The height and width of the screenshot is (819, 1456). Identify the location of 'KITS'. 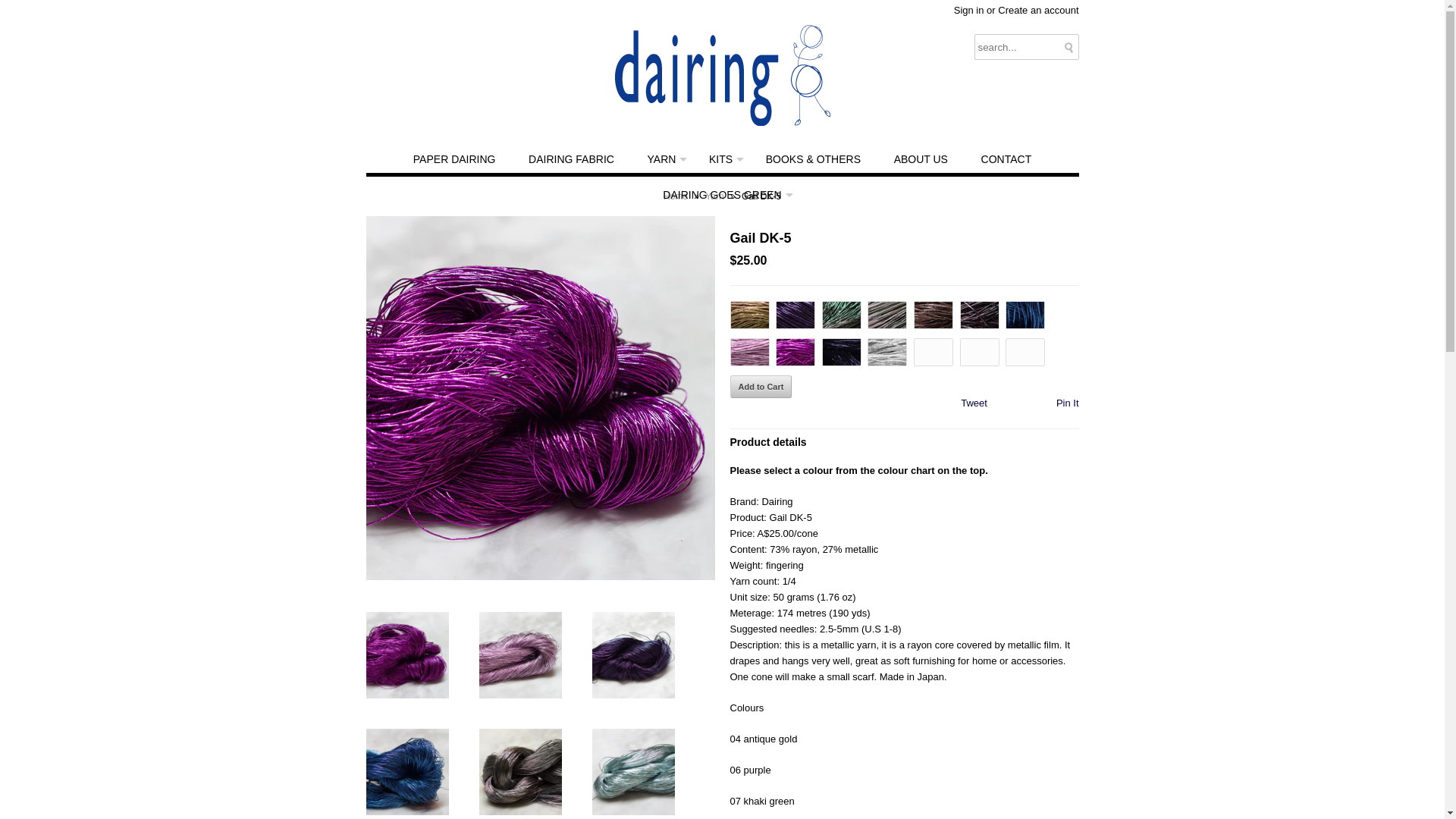
(720, 159).